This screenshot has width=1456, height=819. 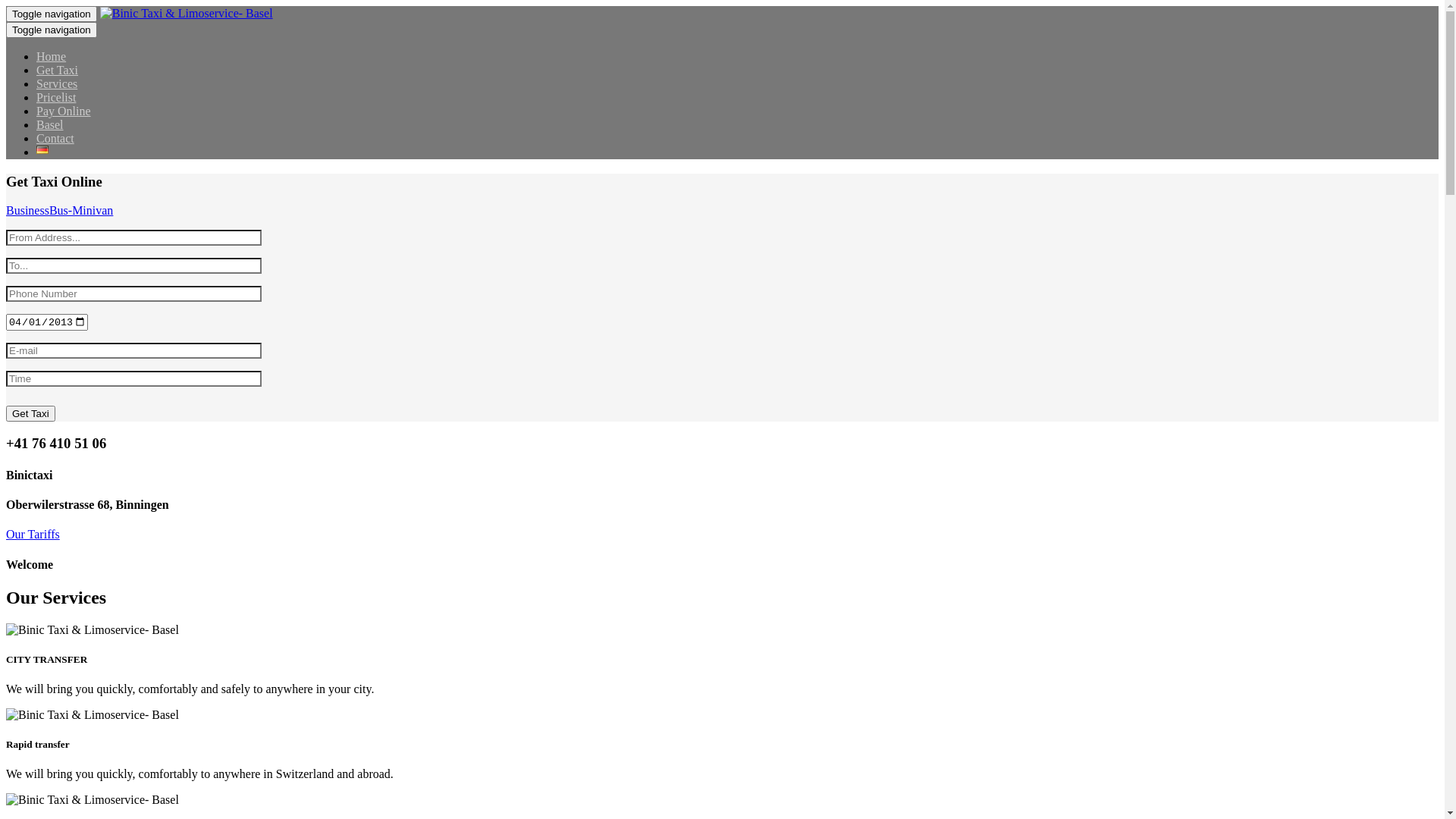 I want to click on 'Bus-Minivan', so click(x=80, y=210).